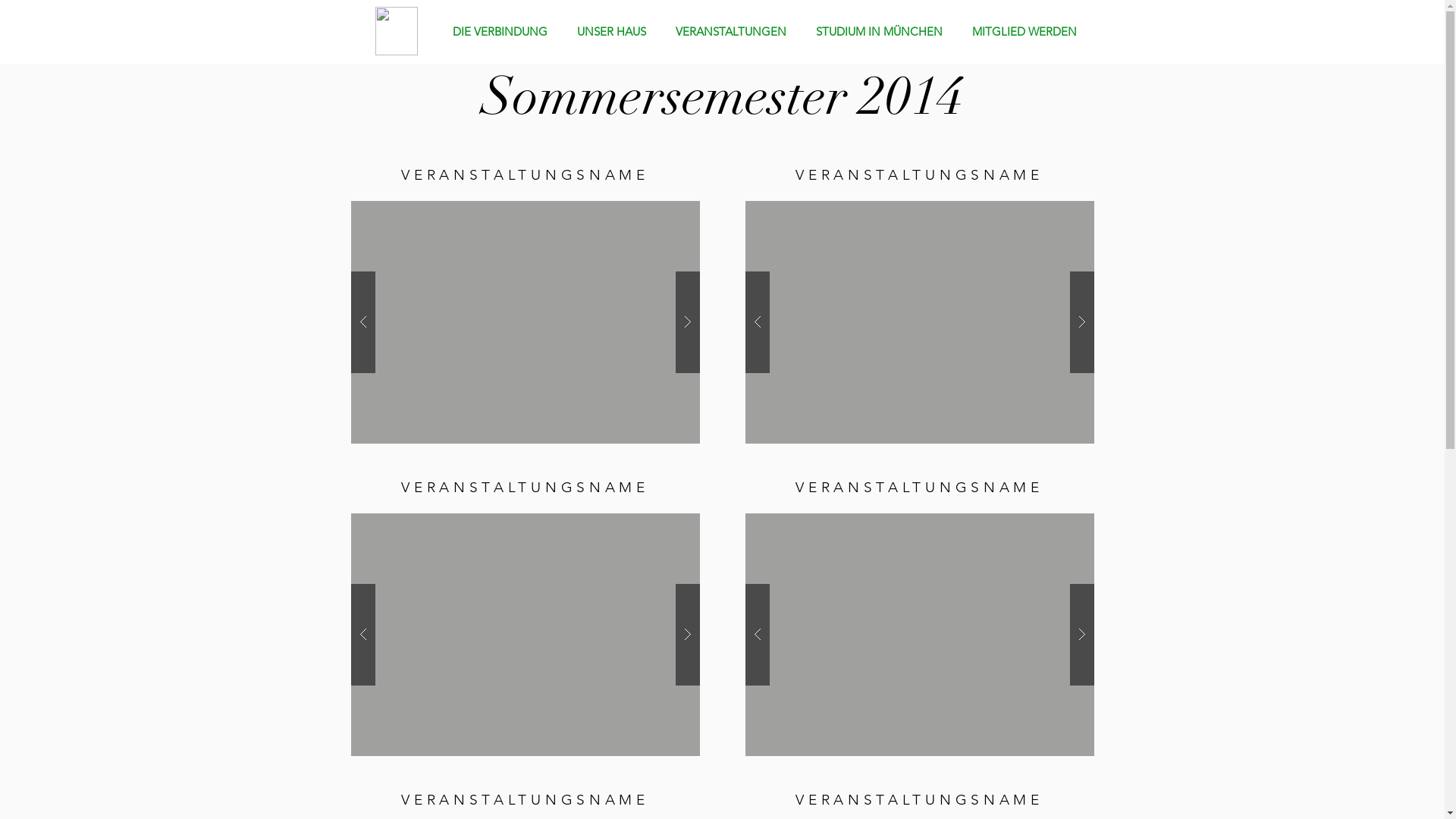  What do you see at coordinates (615, 31) in the screenshot?
I see `'UNSER HAUS'` at bounding box center [615, 31].